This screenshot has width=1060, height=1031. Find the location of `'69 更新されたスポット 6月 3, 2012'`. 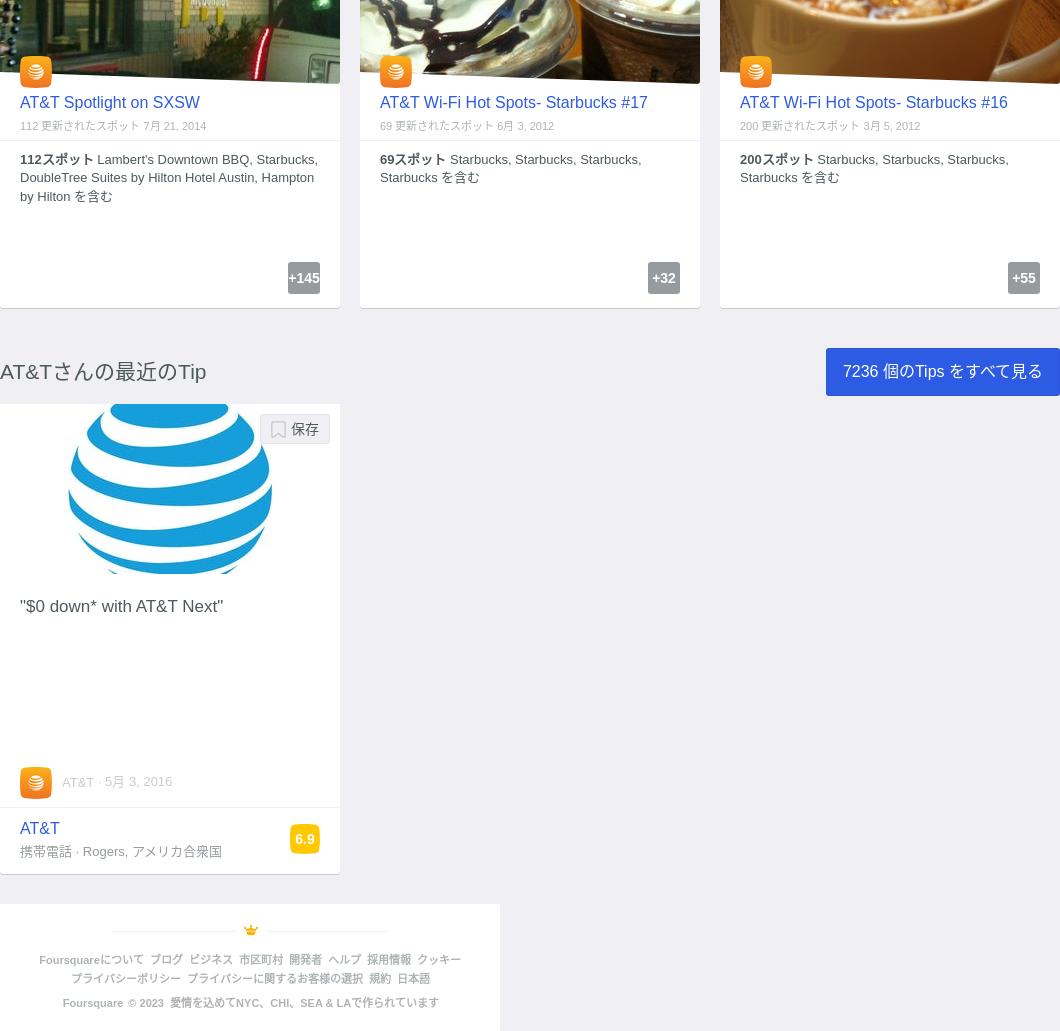

'69 更新されたスポット 6月 3, 2012' is located at coordinates (466, 124).